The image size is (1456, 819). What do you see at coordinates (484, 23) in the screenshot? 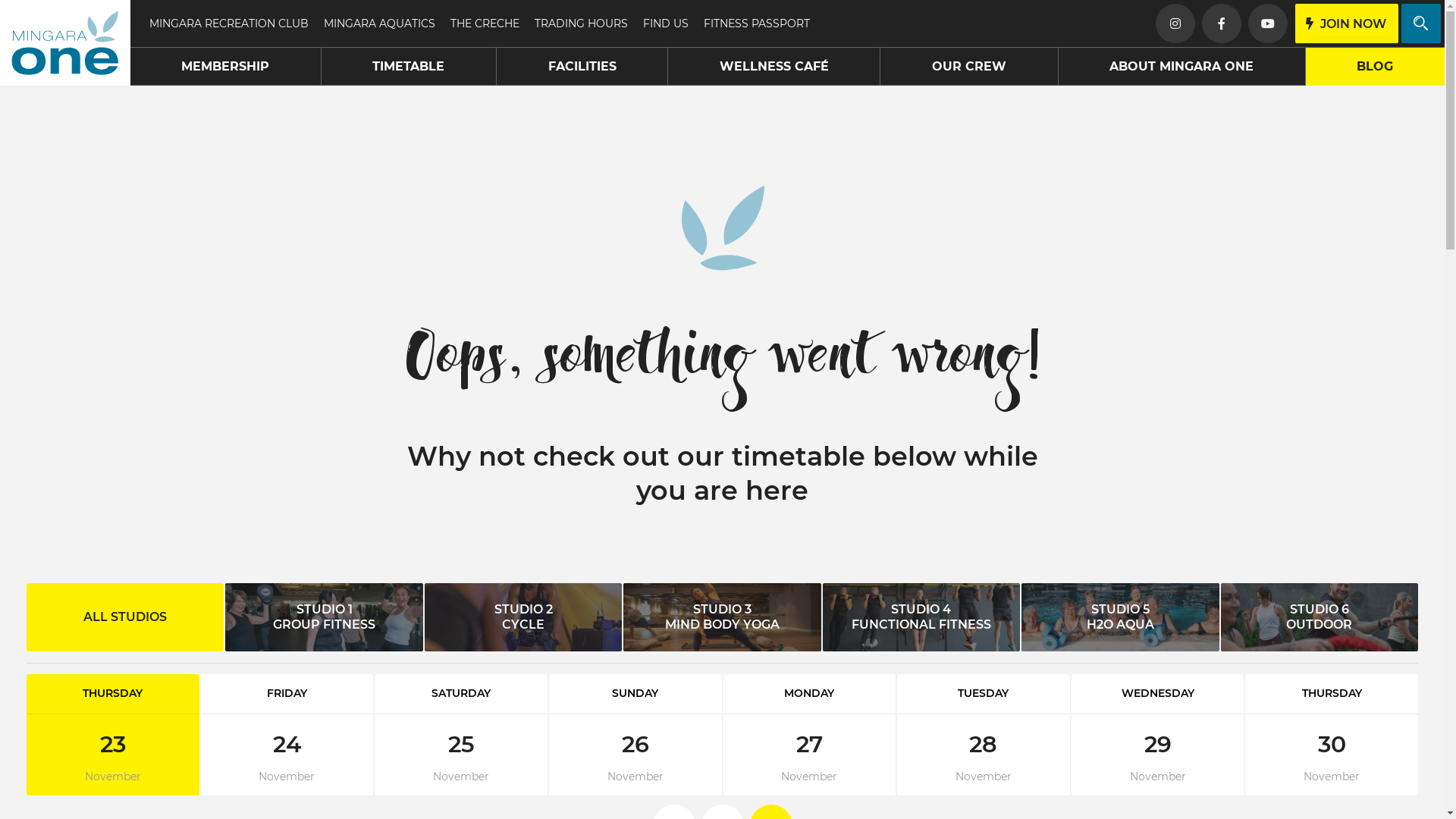
I see `'THE CRECHE'` at bounding box center [484, 23].